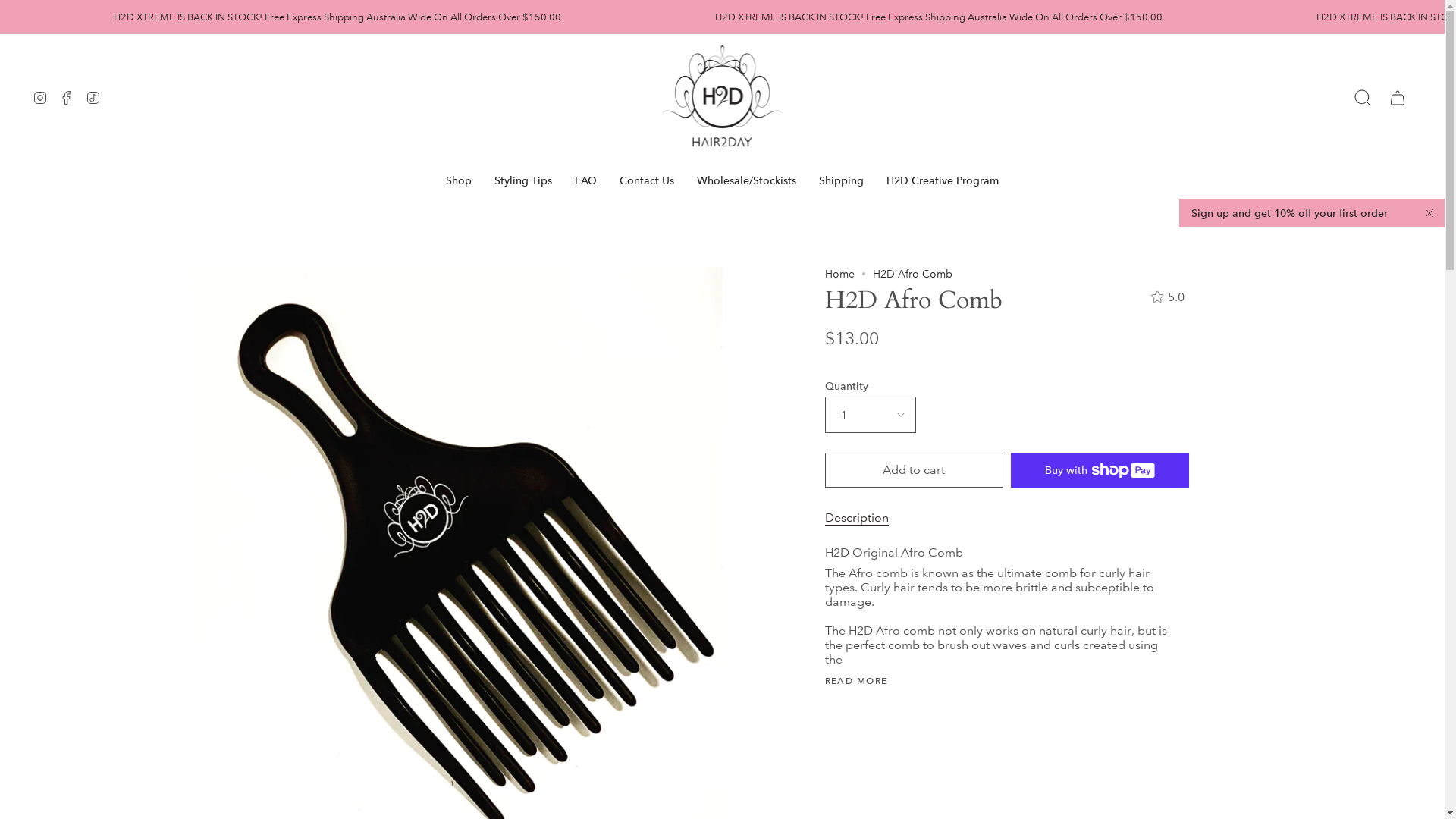  What do you see at coordinates (647, 180) in the screenshot?
I see `'Contact Us'` at bounding box center [647, 180].